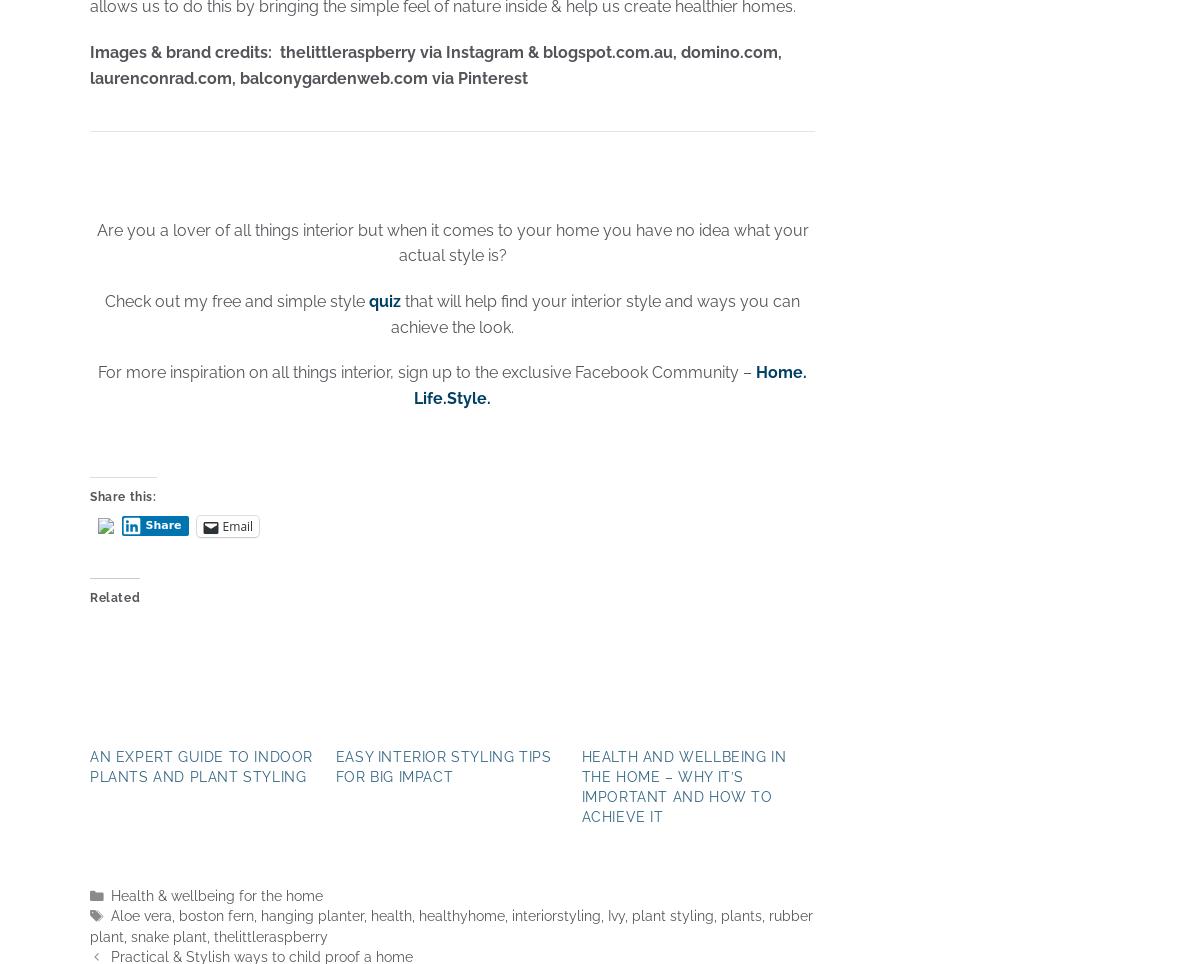 The height and width of the screenshot is (964, 1200). What do you see at coordinates (720, 914) in the screenshot?
I see `'plants'` at bounding box center [720, 914].